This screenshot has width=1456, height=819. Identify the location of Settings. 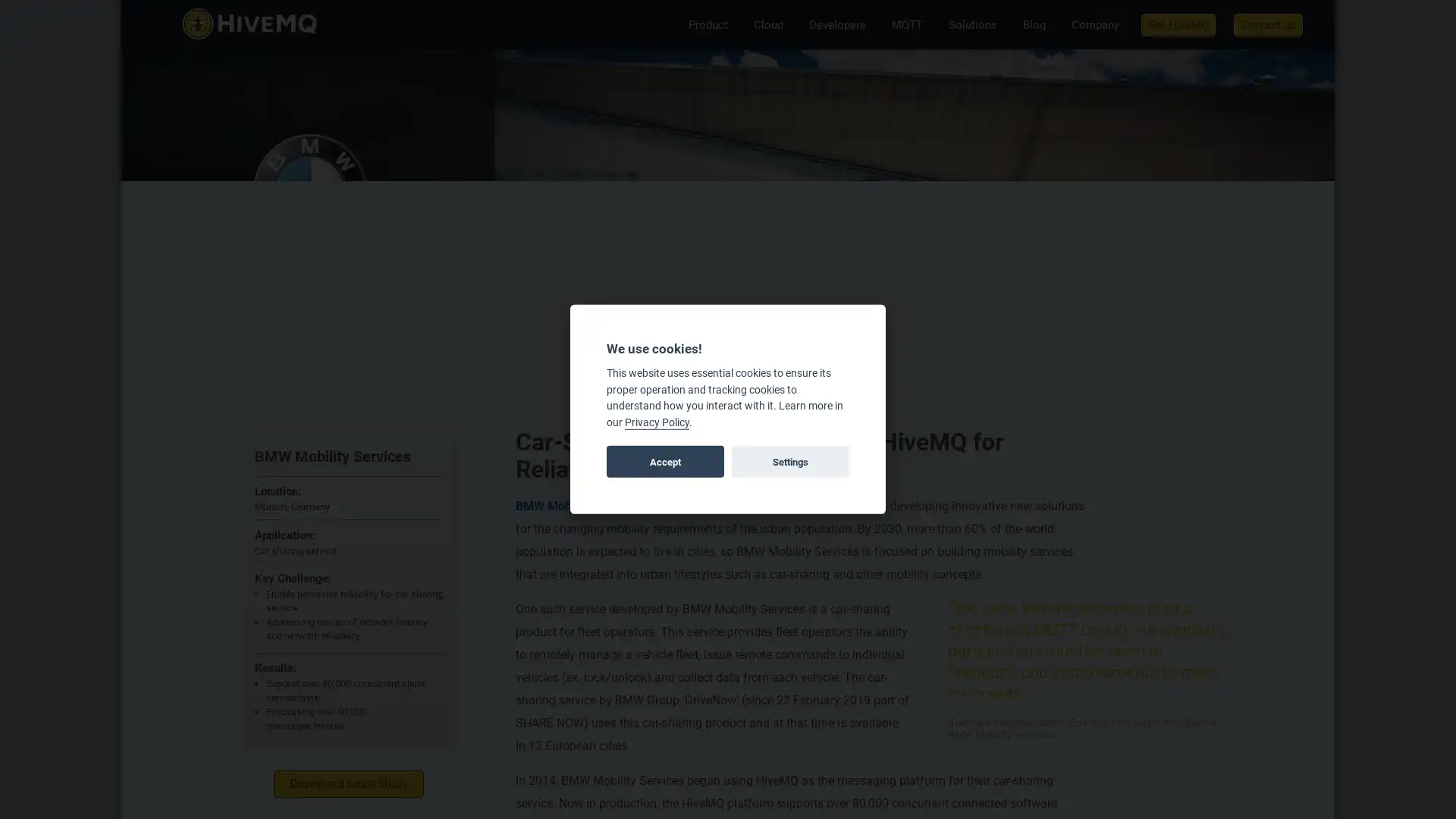
(789, 461).